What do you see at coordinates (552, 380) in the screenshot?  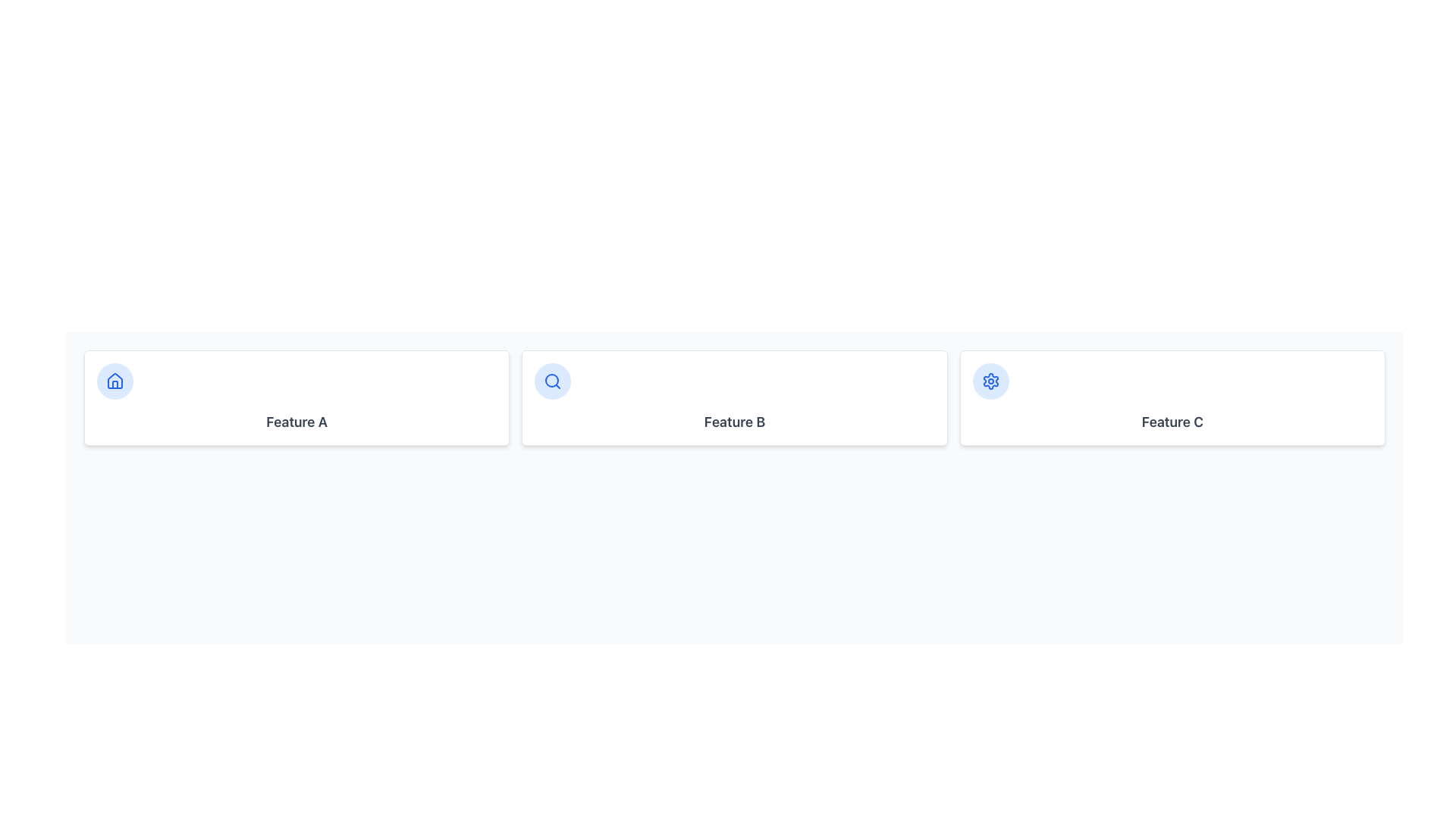 I see `the circular icon with a magnifying glass located at the top center of the 'Feature B' card` at bounding box center [552, 380].